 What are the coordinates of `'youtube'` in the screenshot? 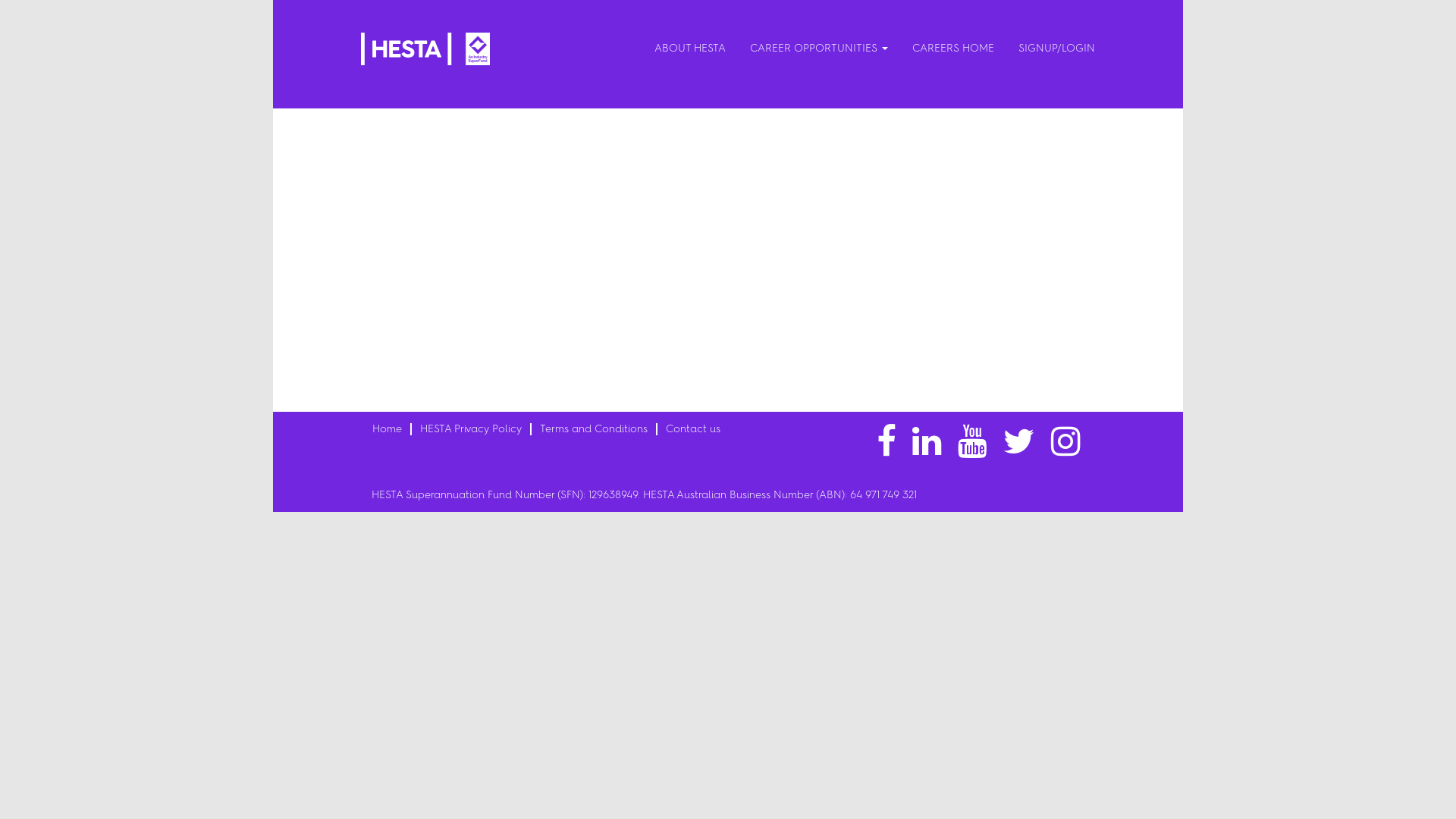 It's located at (972, 441).